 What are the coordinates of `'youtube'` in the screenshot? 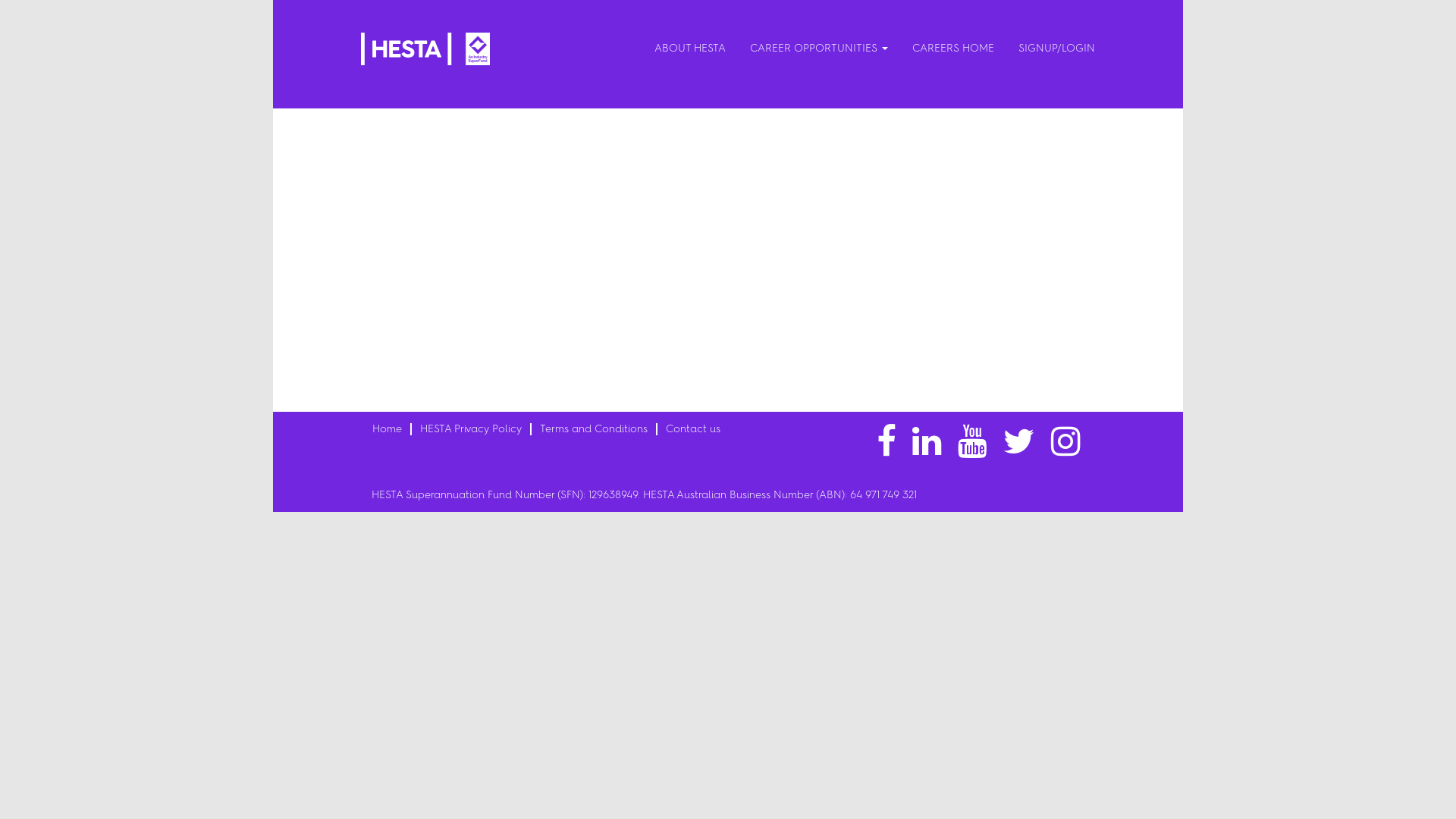 It's located at (972, 441).